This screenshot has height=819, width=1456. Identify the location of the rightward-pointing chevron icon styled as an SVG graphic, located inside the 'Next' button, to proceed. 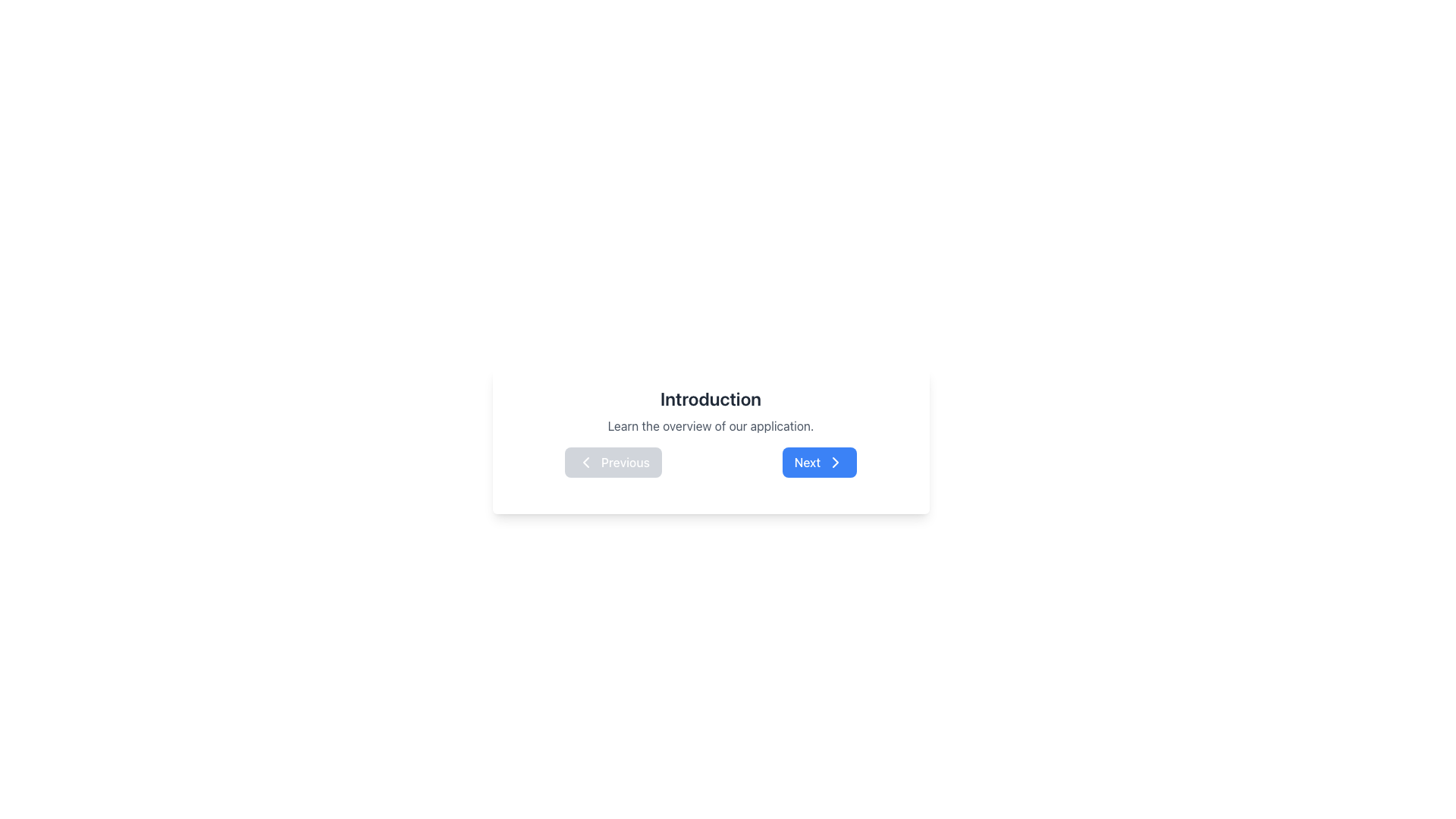
(835, 461).